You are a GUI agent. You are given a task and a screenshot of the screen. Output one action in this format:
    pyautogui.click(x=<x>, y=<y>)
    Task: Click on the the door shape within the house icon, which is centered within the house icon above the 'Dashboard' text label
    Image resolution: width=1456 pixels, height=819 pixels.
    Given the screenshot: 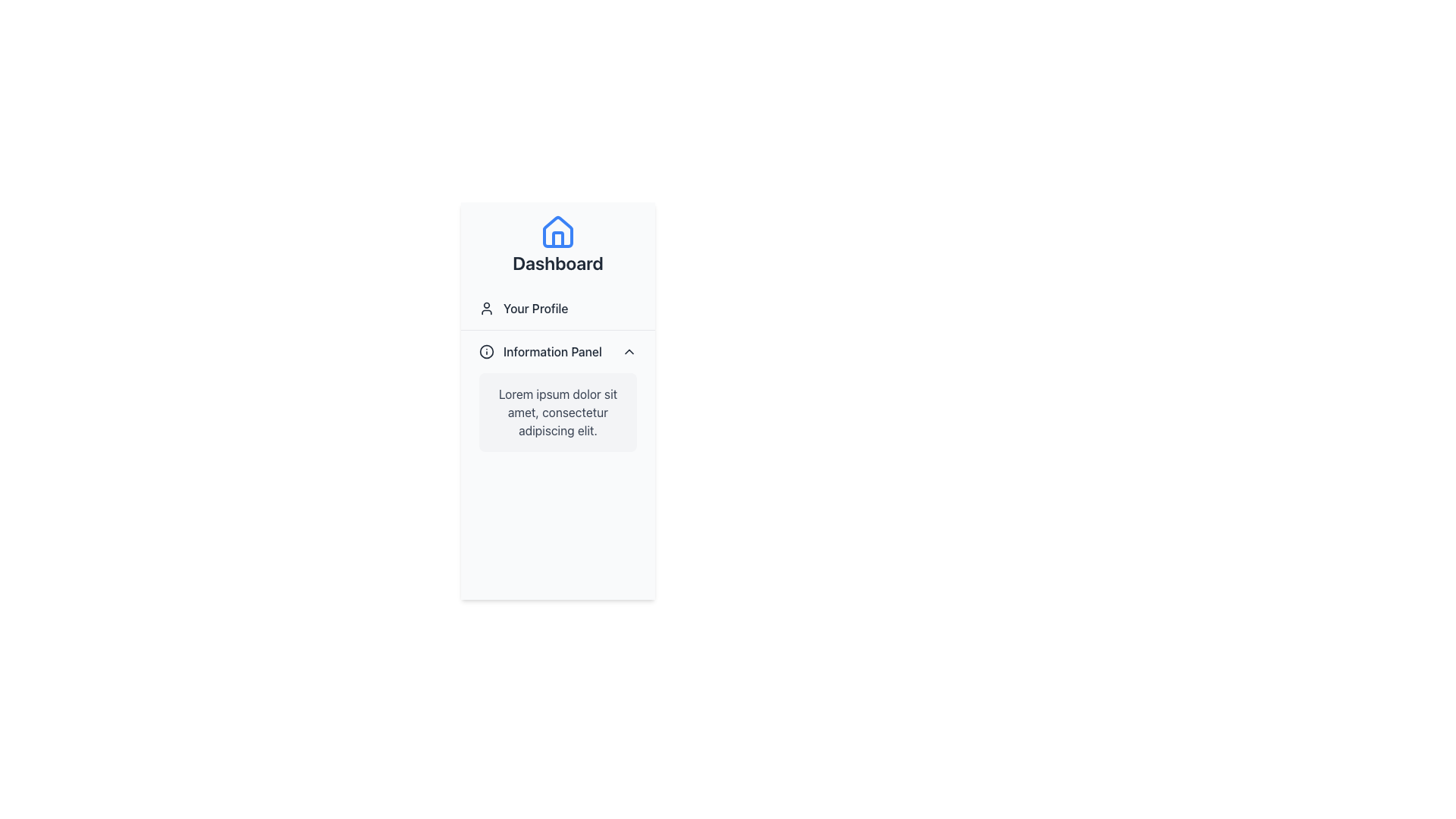 What is the action you would take?
    pyautogui.click(x=557, y=239)
    